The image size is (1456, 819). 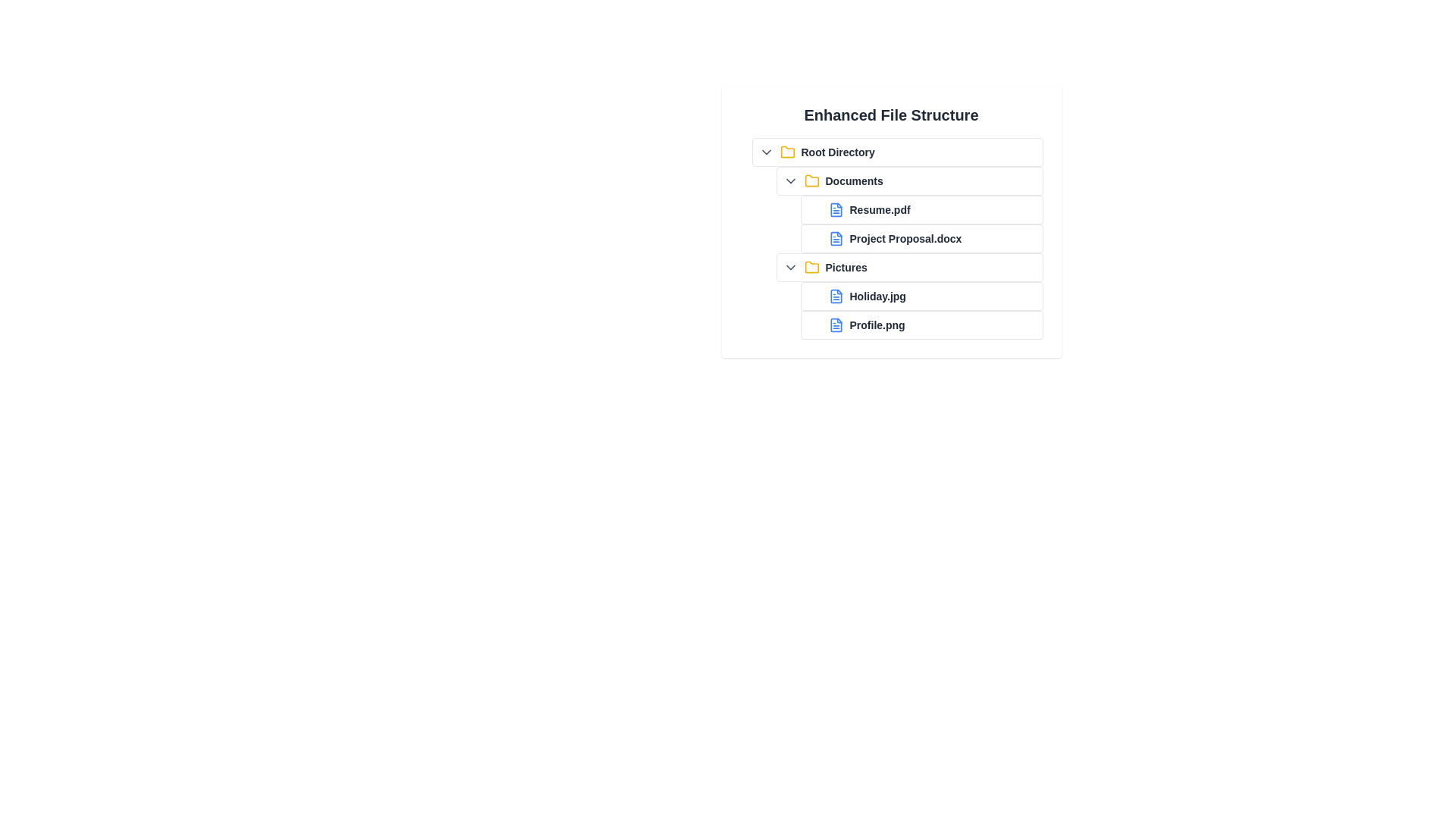 What do you see at coordinates (891, 239) in the screenshot?
I see `the 'Project Proposal.docx' file entry, which is represented by a yellow folder icon in a hierarchical list under the 'Documents' section` at bounding box center [891, 239].